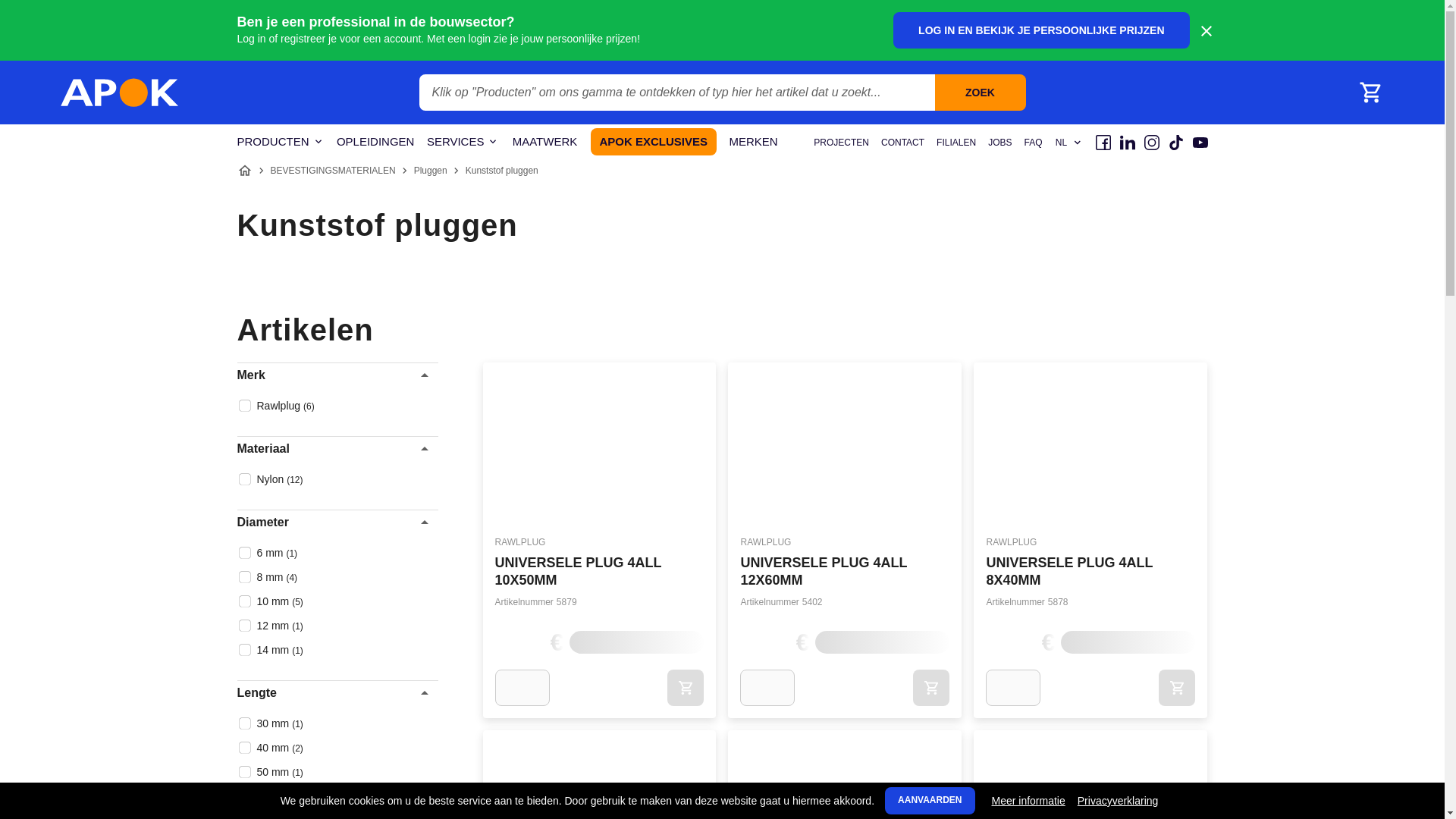 The image size is (1456, 819). What do you see at coordinates (987, 143) in the screenshot?
I see `'JOBS'` at bounding box center [987, 143].